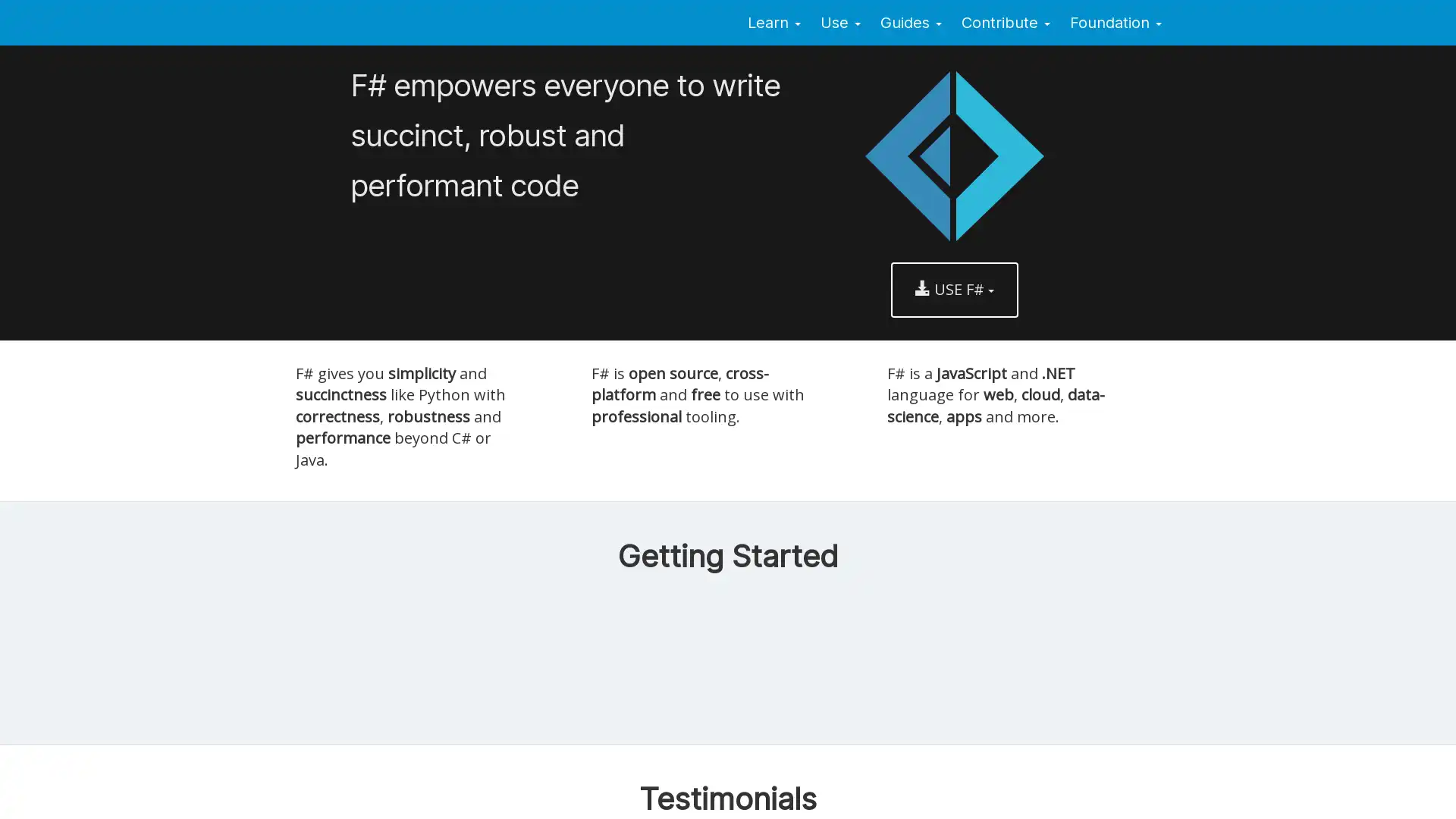  What do you see at coordinates (953, 289) in the screenshot?
I see `USE F#` at bounding box center [953, 289].